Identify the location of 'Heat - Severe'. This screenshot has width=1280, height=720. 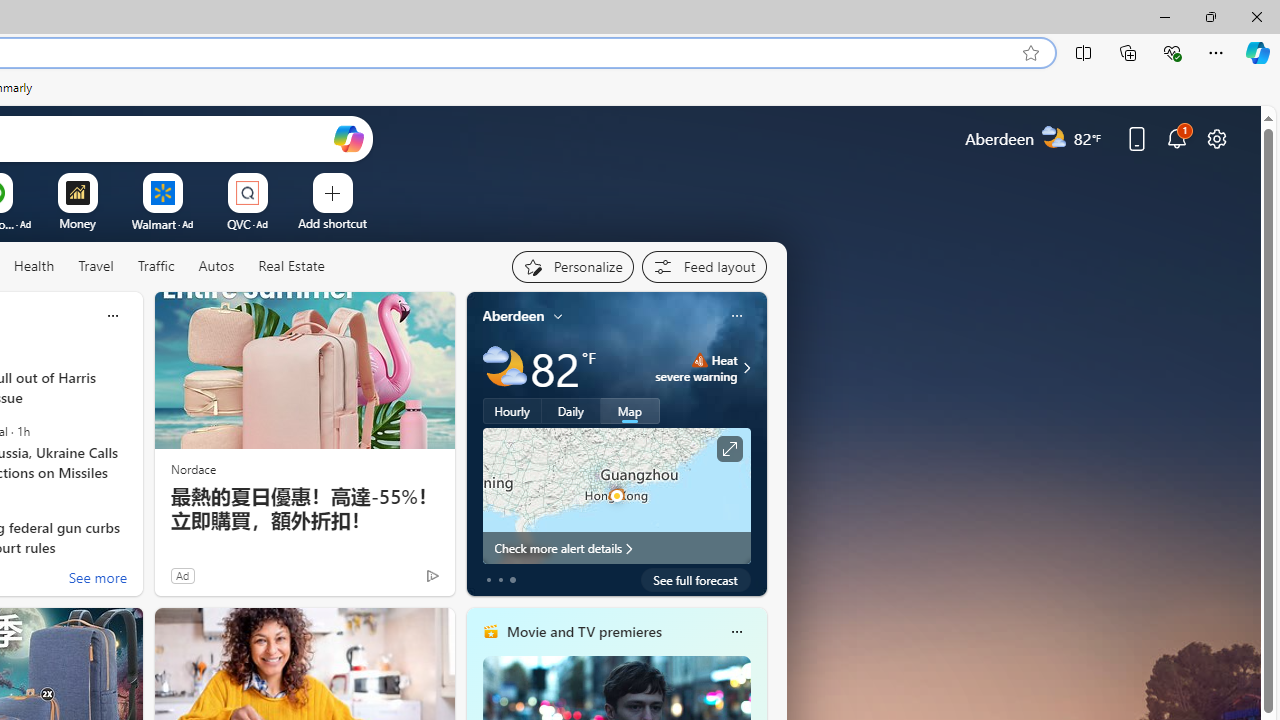
(699, 360).